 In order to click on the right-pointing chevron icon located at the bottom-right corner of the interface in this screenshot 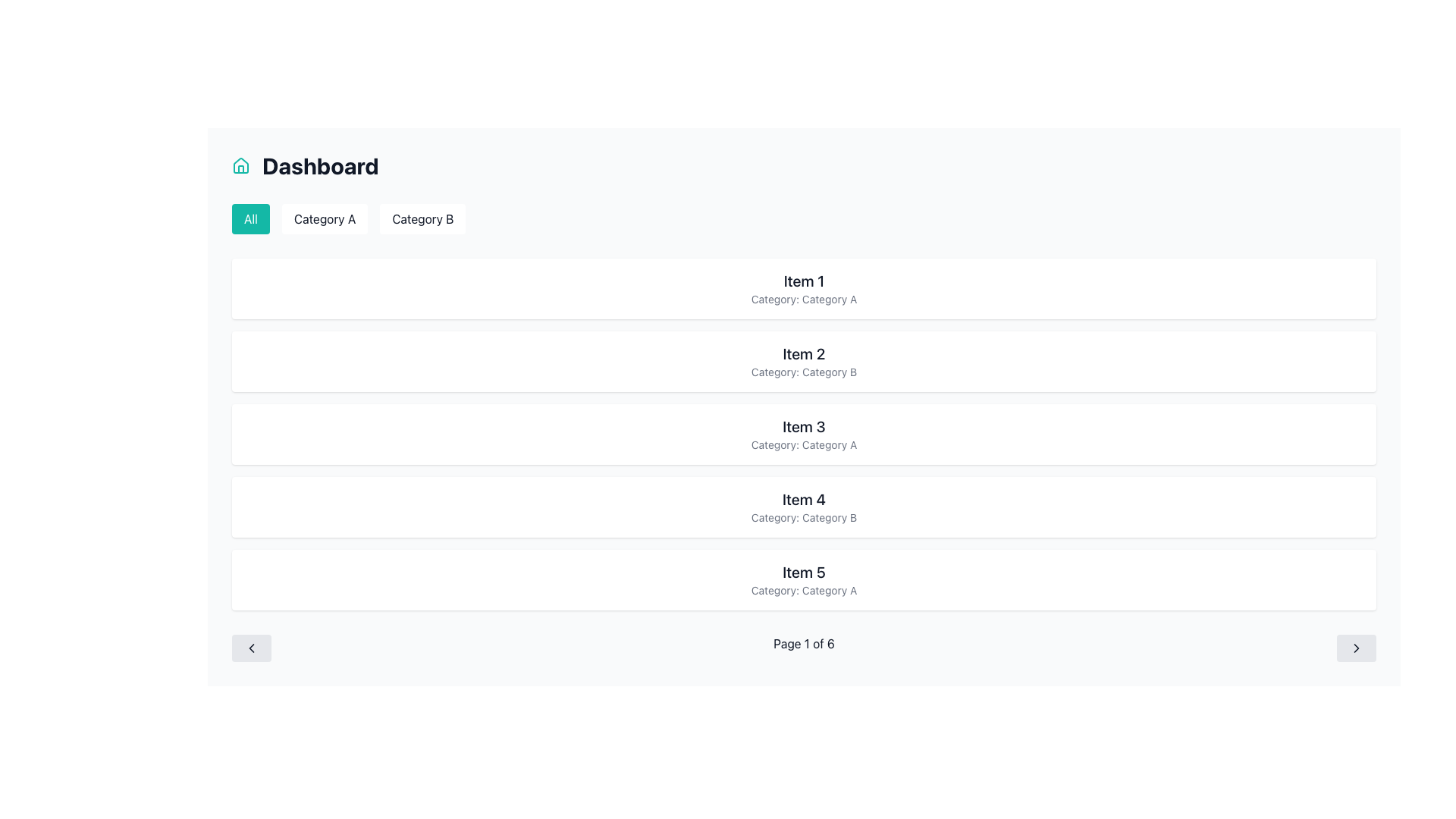, I will do `click(1357, 648)`.